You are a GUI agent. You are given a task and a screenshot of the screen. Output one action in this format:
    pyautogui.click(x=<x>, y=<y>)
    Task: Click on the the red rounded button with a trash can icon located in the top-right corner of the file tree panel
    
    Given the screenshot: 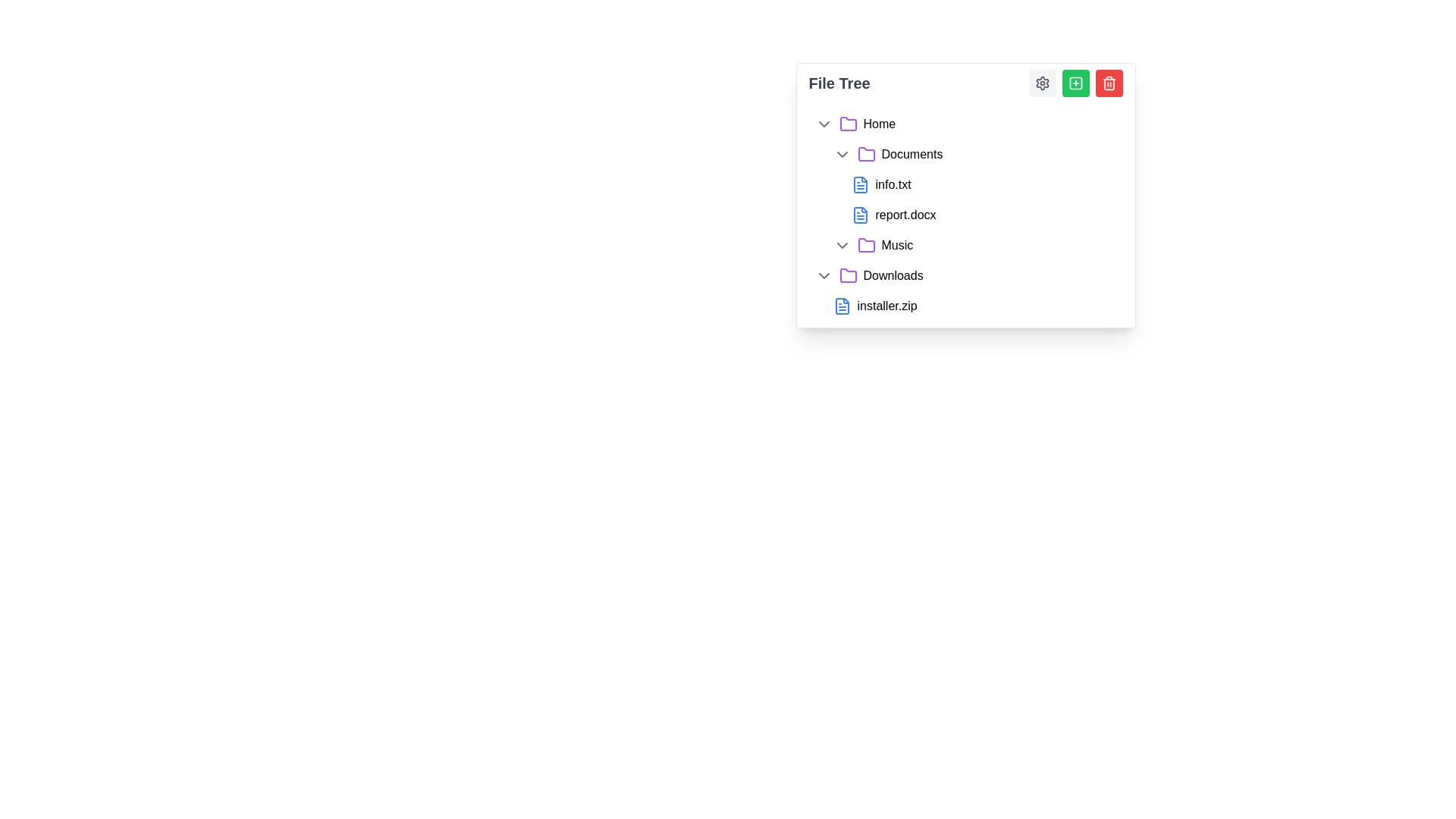 What is the action you would take?
    pyautogui.click(x=1109, y=83)
    